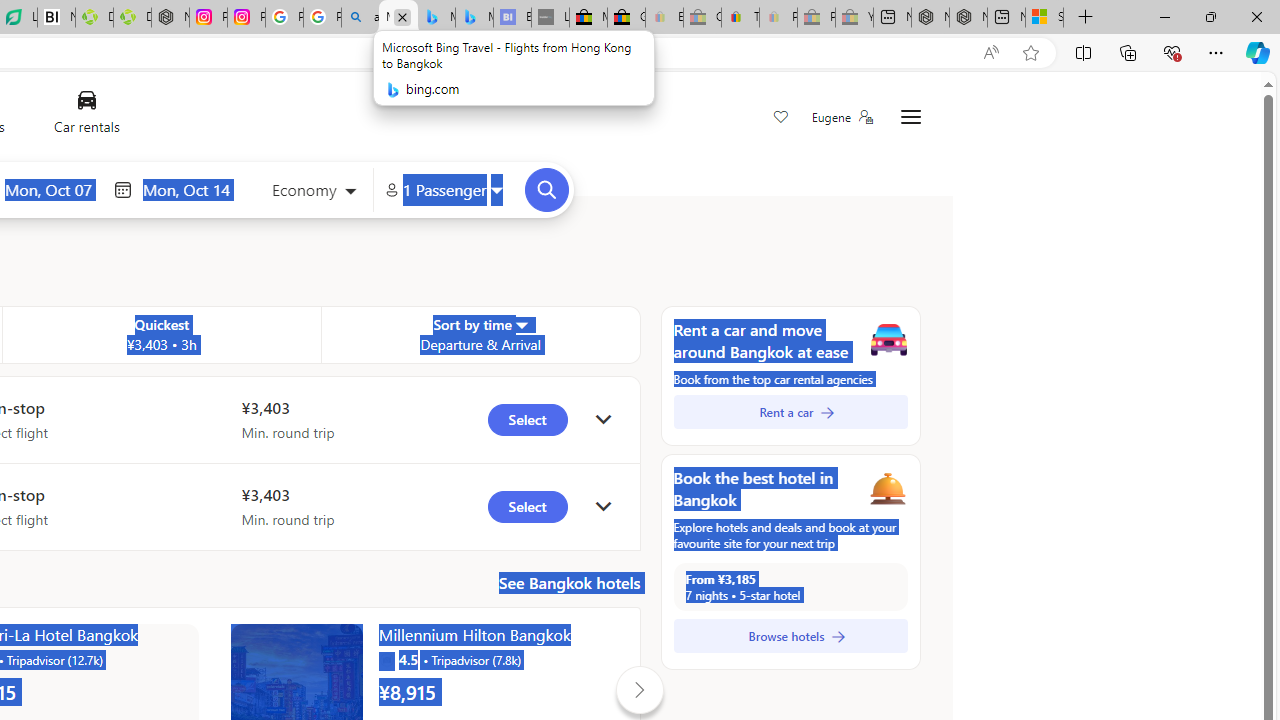 The height and width of the screenshot is (720, 1280). I want to click on 'Rent a car', so click(789, 411).